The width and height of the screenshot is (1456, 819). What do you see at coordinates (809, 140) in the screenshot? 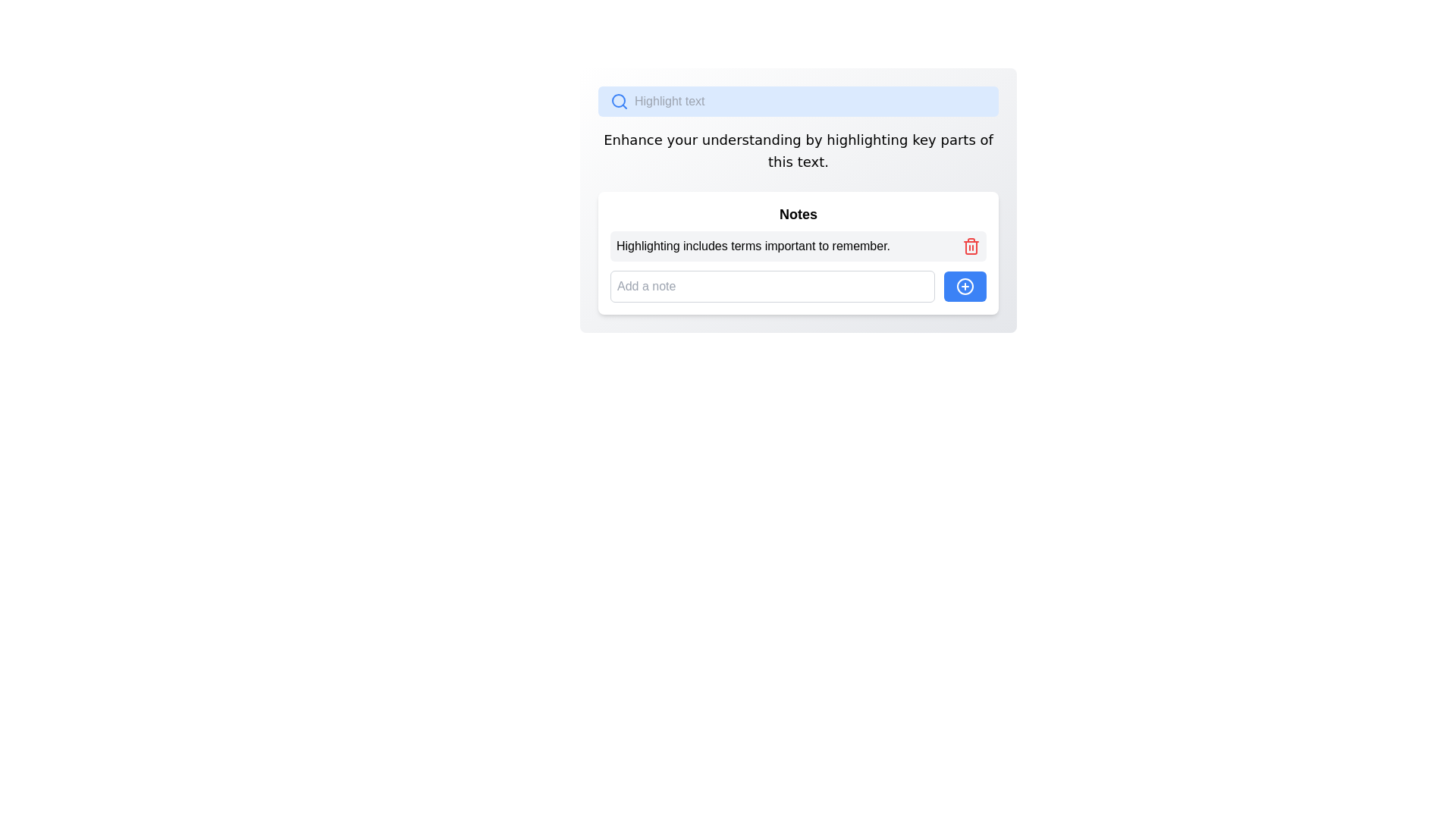
I see `the character 'b' in the sentence 'Enhance your understanding by highlighting key parts of this text.'` at bounding box center [809, 140].